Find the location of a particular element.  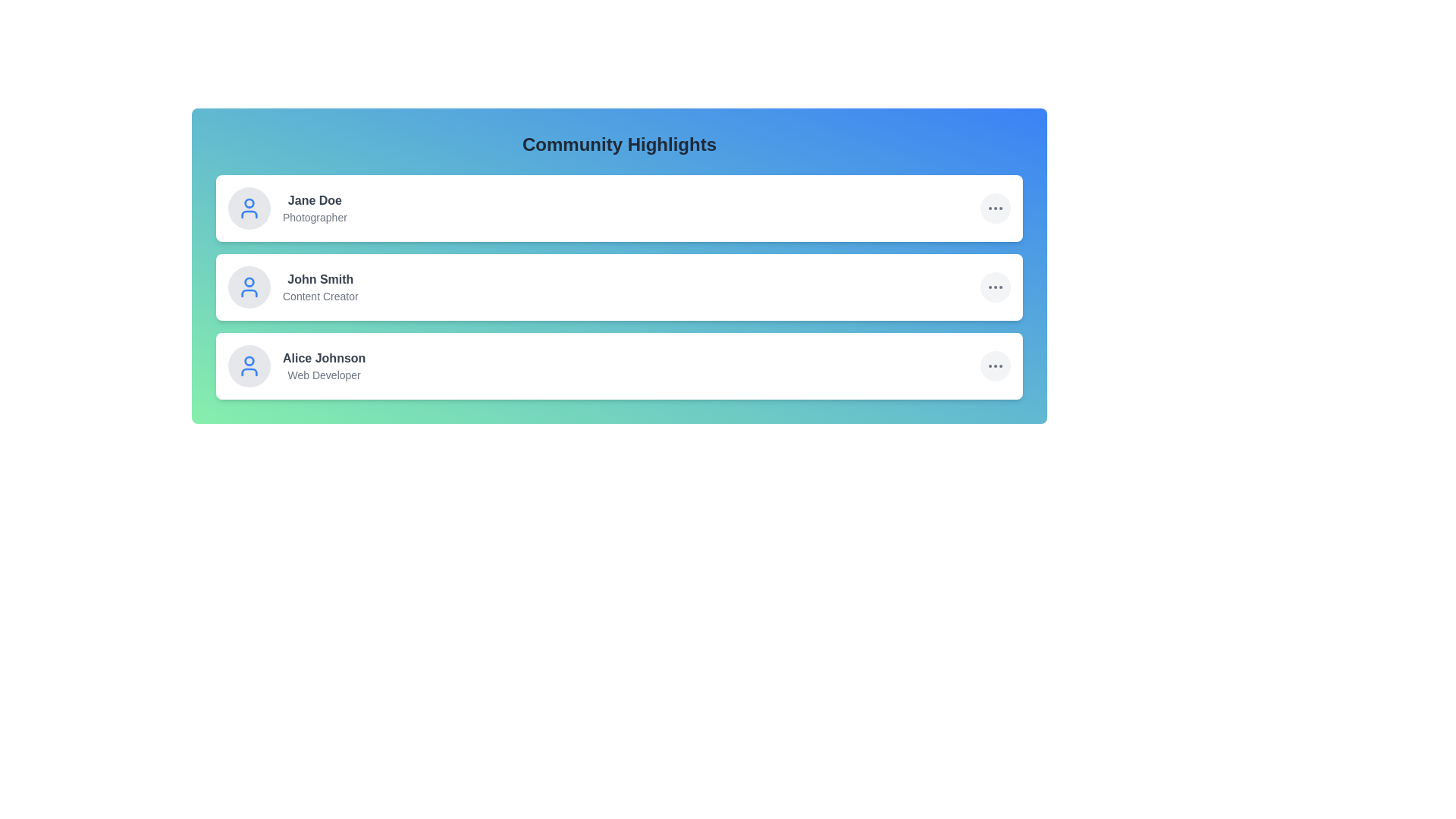

displayed text from the Text Display element located in the third row of the Community Highlights section, adjacent to the user avatar circle is located at coordinates (323, 366).